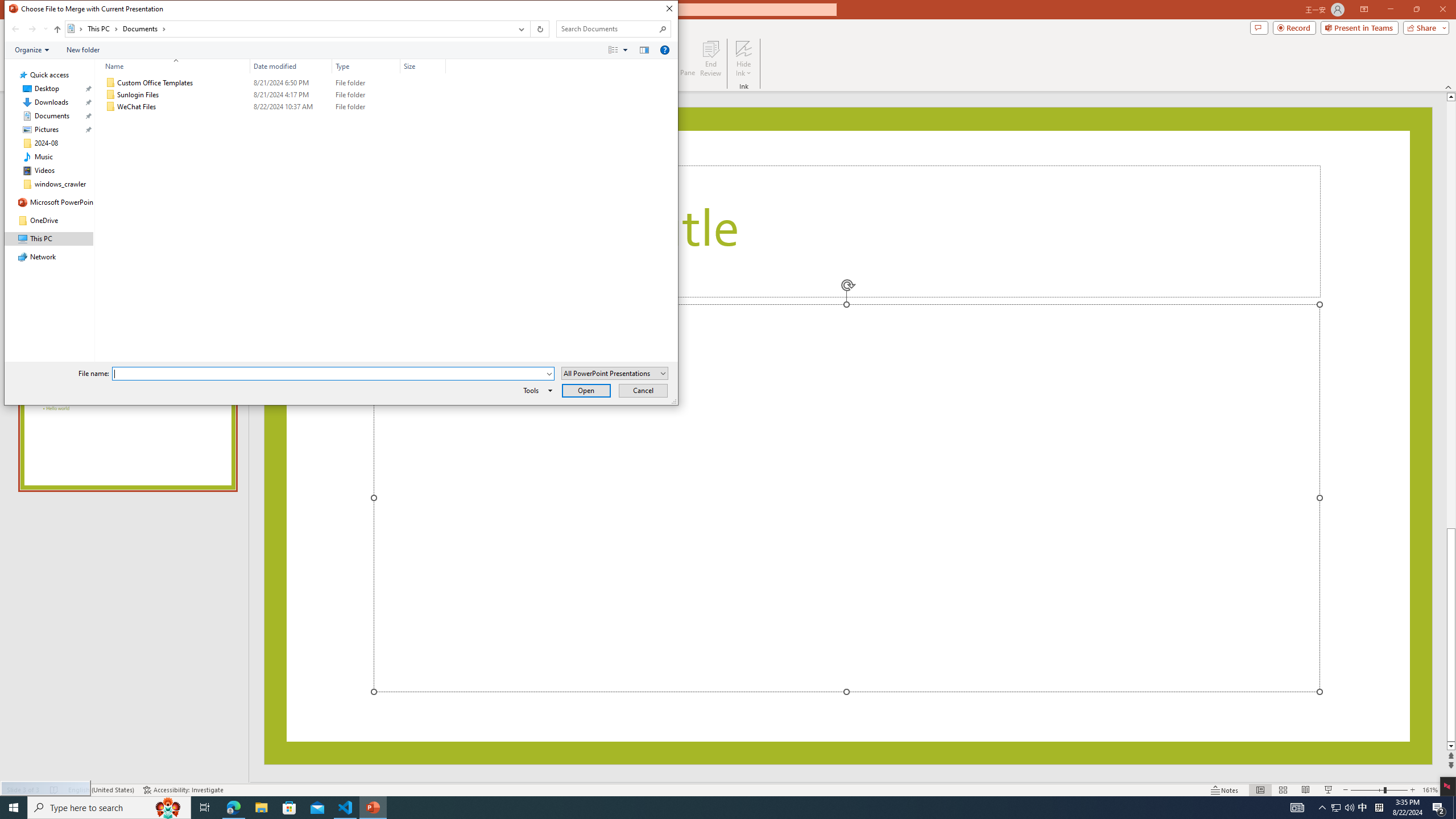 The height and width of the screenshot is (819, 1456). What do you see at coordinates (183, 790) in the screenshot?
I see `'Accessibility Checker Accessibility: Investigate'` at bounding box center [183, 790].